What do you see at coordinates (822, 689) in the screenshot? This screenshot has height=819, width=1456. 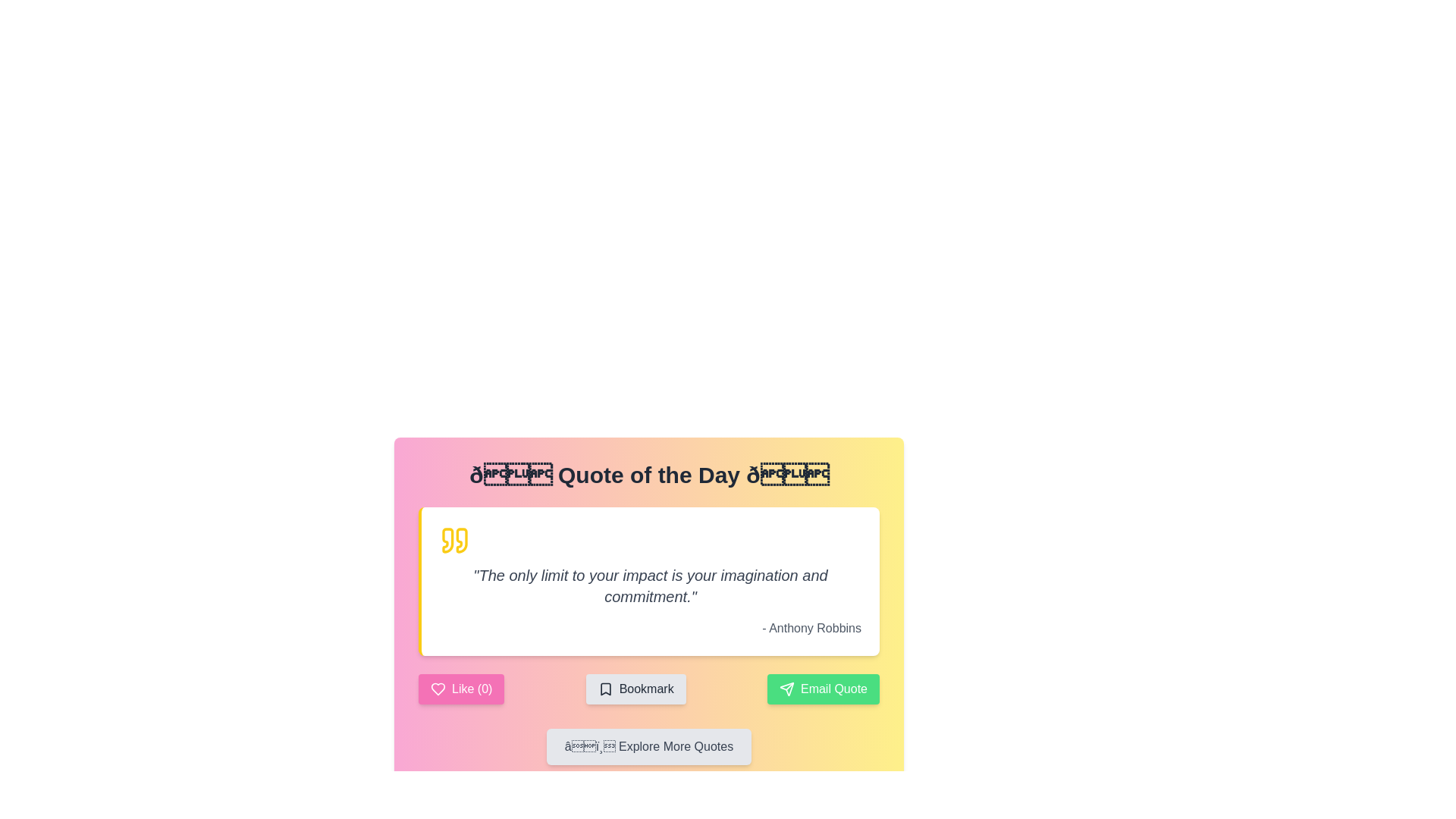 I see `the email quote button located at the bottom-right corner of the component, following the 'Bookmark' button` at bounding box center [822, 689].